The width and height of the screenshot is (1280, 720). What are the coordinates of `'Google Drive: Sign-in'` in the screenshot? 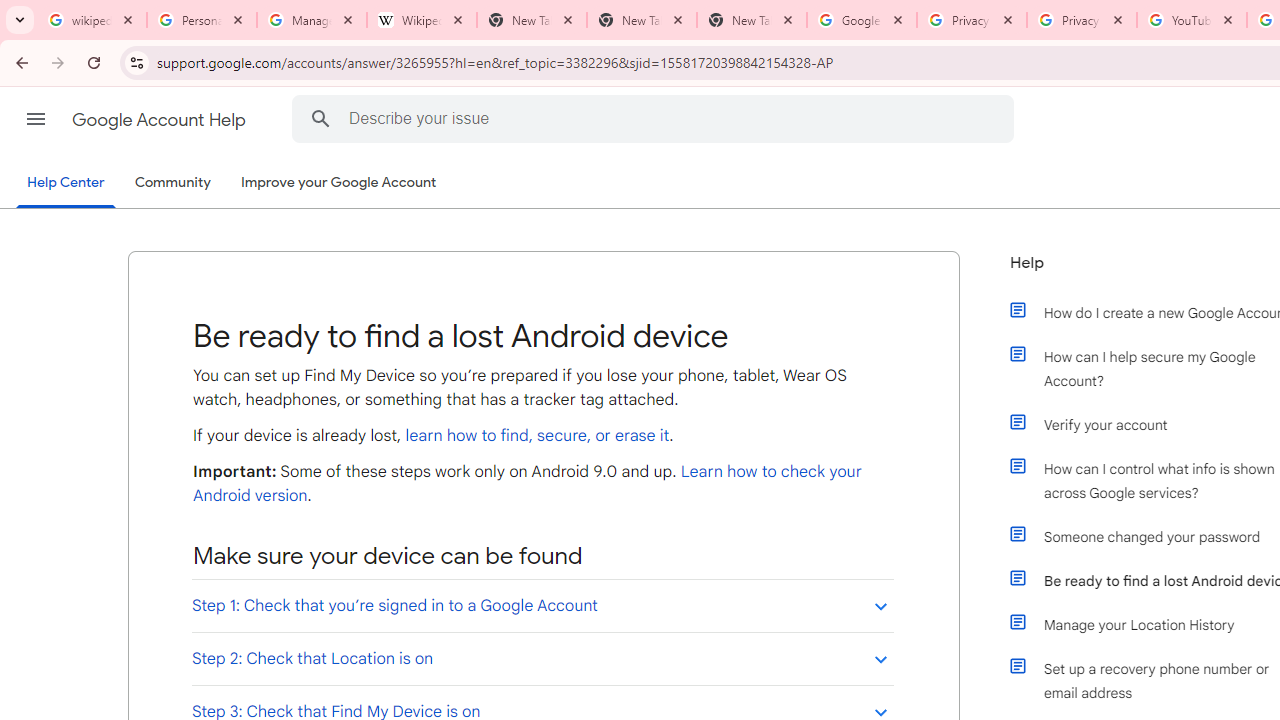 It's located at (861, 20).